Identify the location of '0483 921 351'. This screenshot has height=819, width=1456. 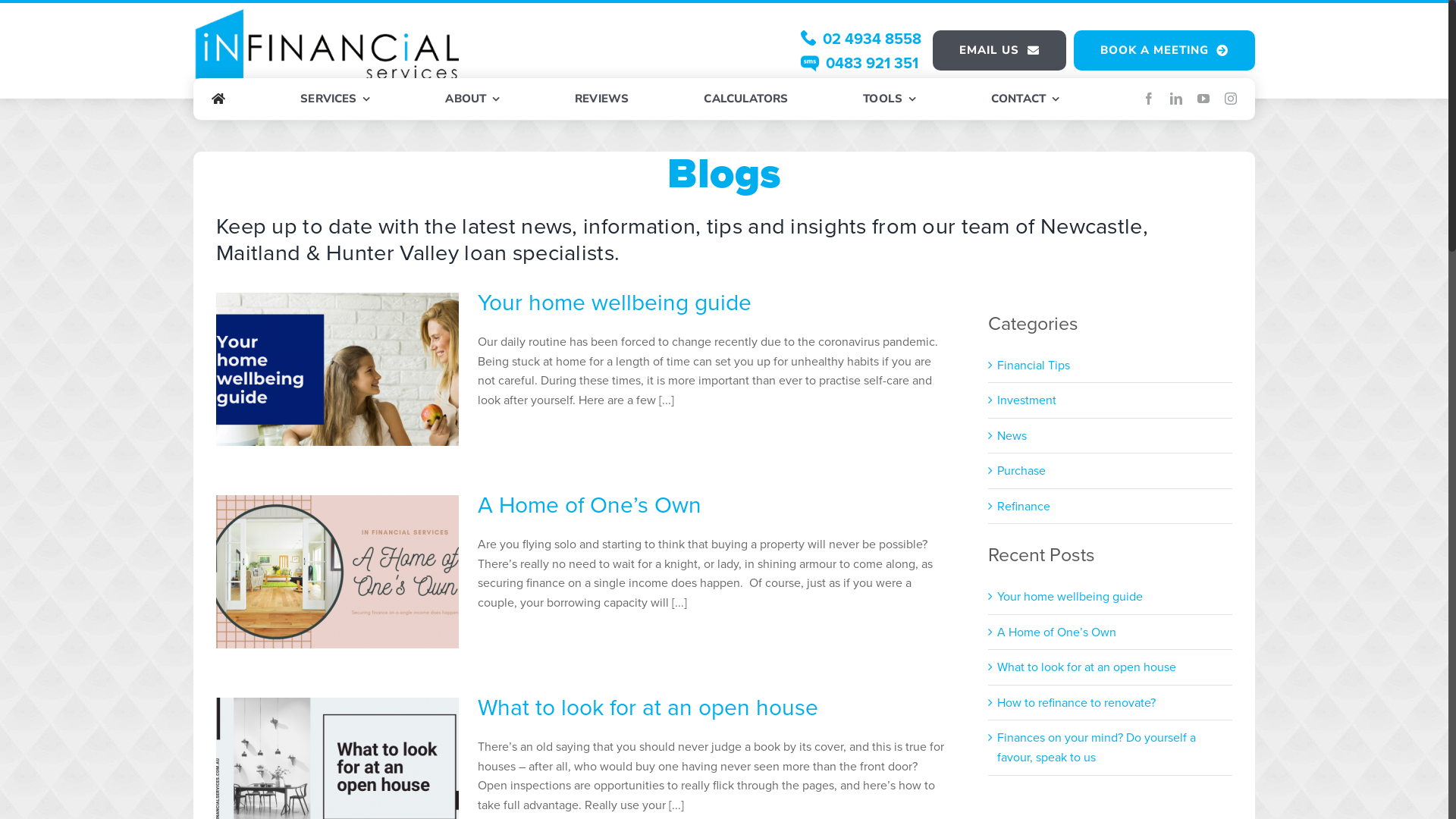
(859, 62).